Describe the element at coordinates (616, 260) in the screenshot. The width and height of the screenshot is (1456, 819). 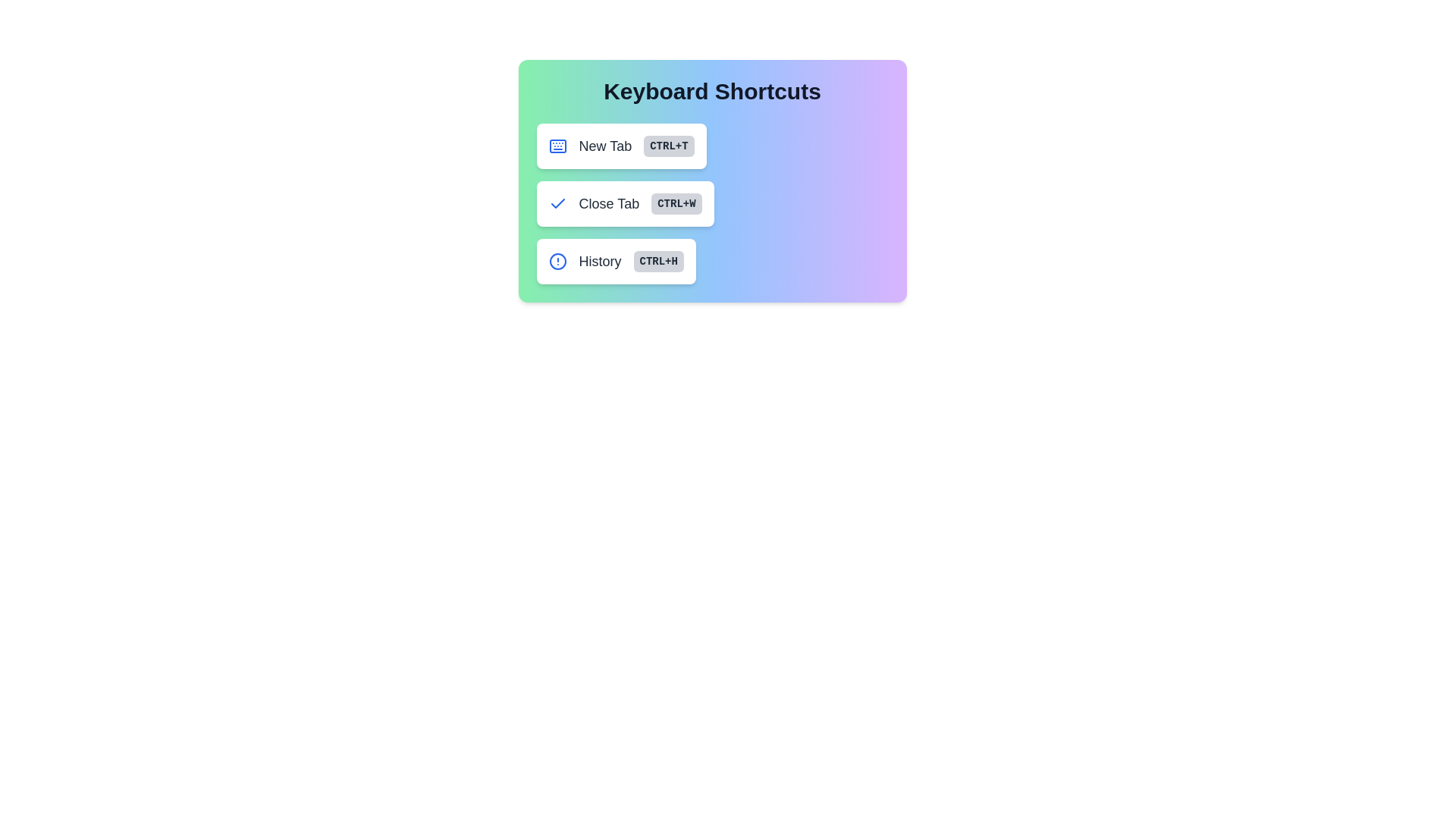
I see `the 'History' button element` at that location.